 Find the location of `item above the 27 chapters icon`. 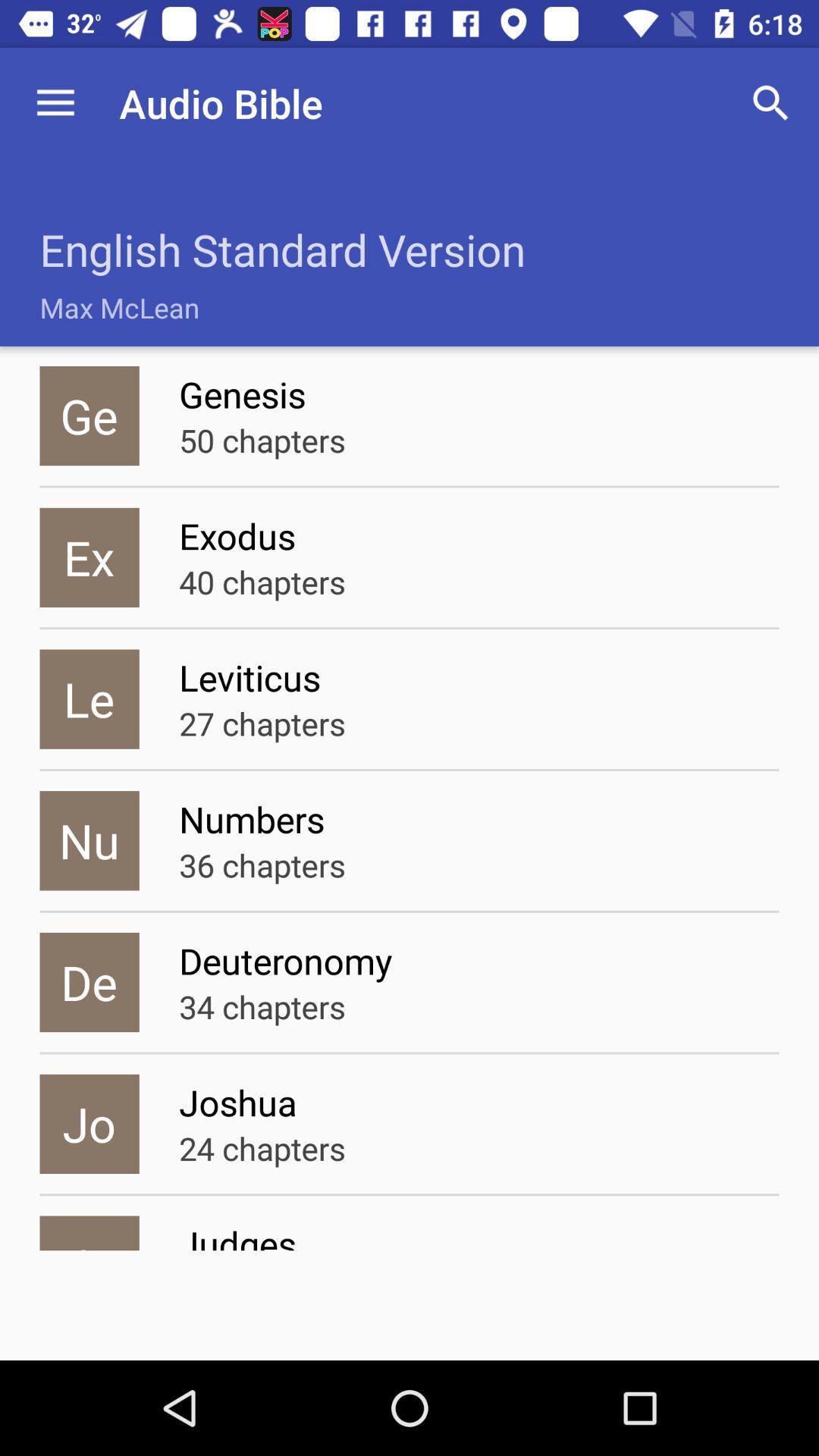

item above the 27 chapters icon is located at coordinates (479, 676).